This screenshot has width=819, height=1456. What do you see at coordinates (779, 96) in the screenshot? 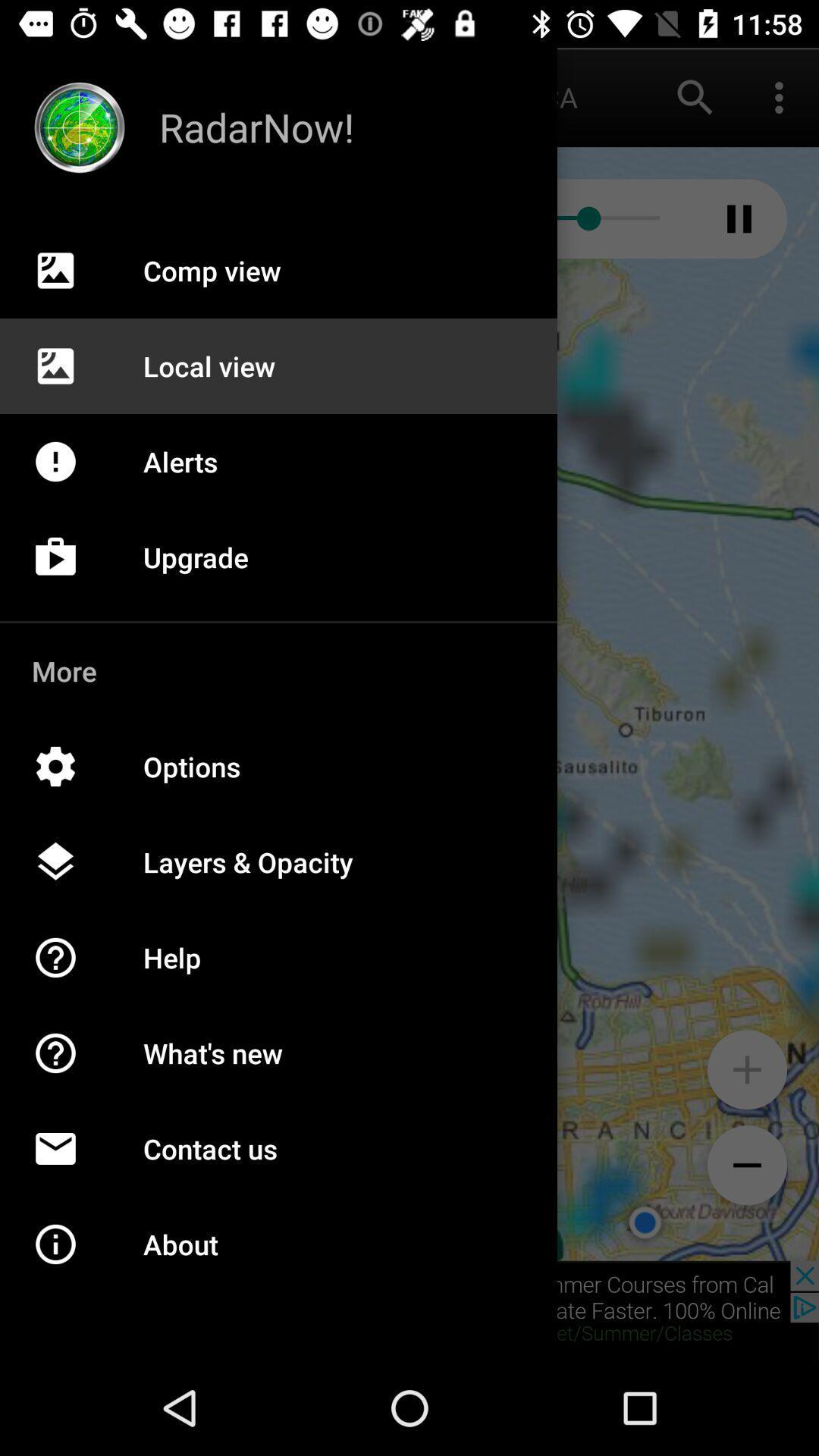
I see `the more icon` at bounding box center [779, 96].